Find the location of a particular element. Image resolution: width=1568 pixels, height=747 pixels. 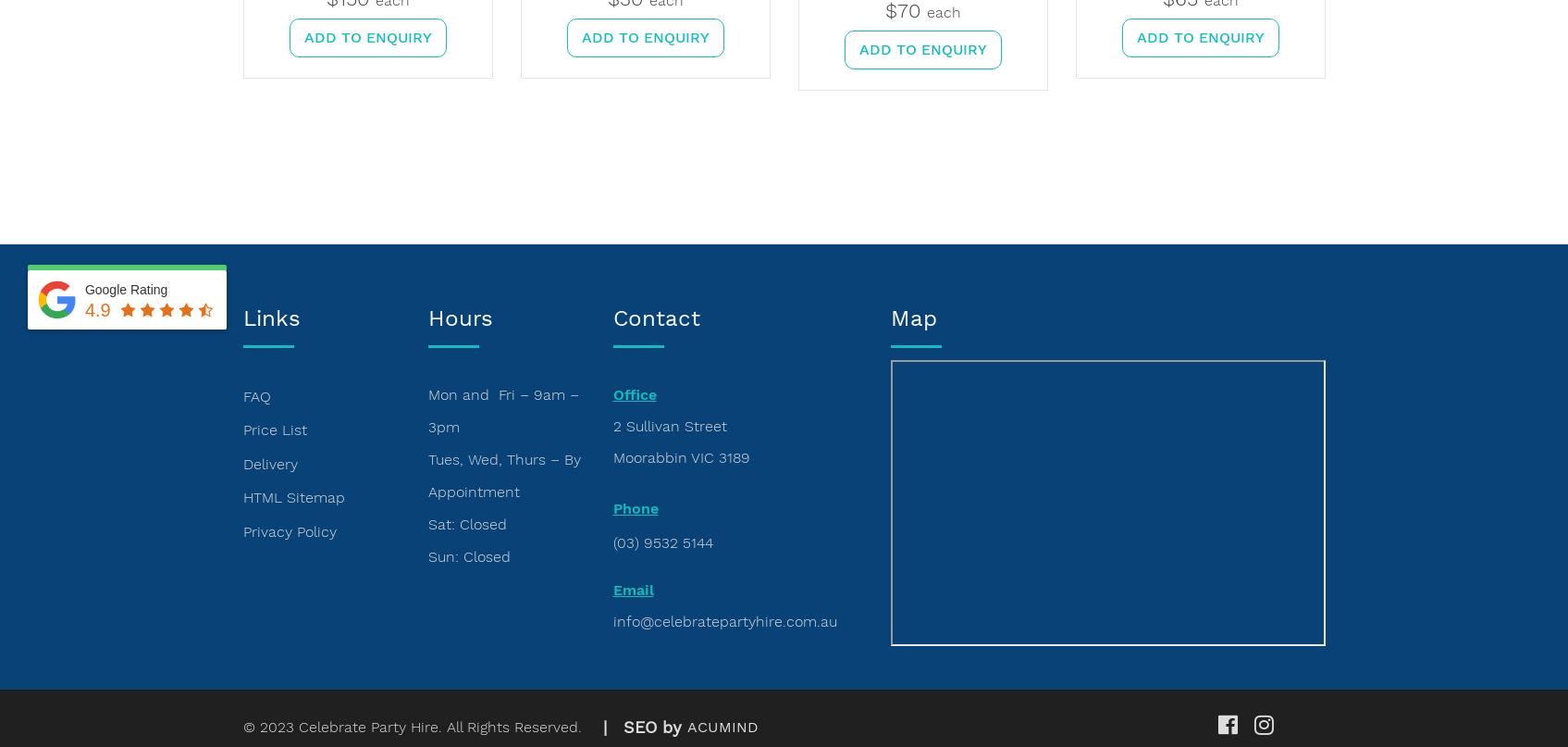

'Mon and  Fri – 9am – 3pm' is located at coordinates (502, 410).